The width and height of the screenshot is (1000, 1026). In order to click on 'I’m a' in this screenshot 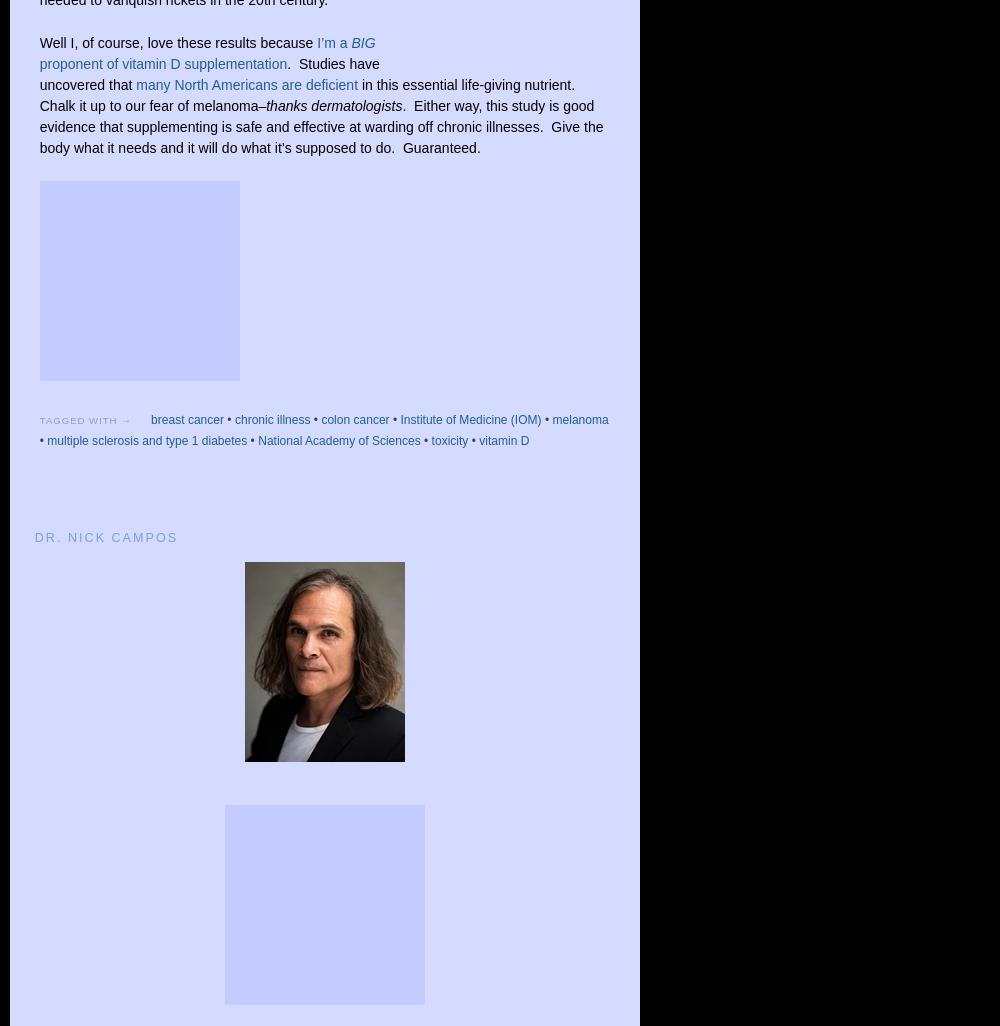, I will do `click(333, 41)`.